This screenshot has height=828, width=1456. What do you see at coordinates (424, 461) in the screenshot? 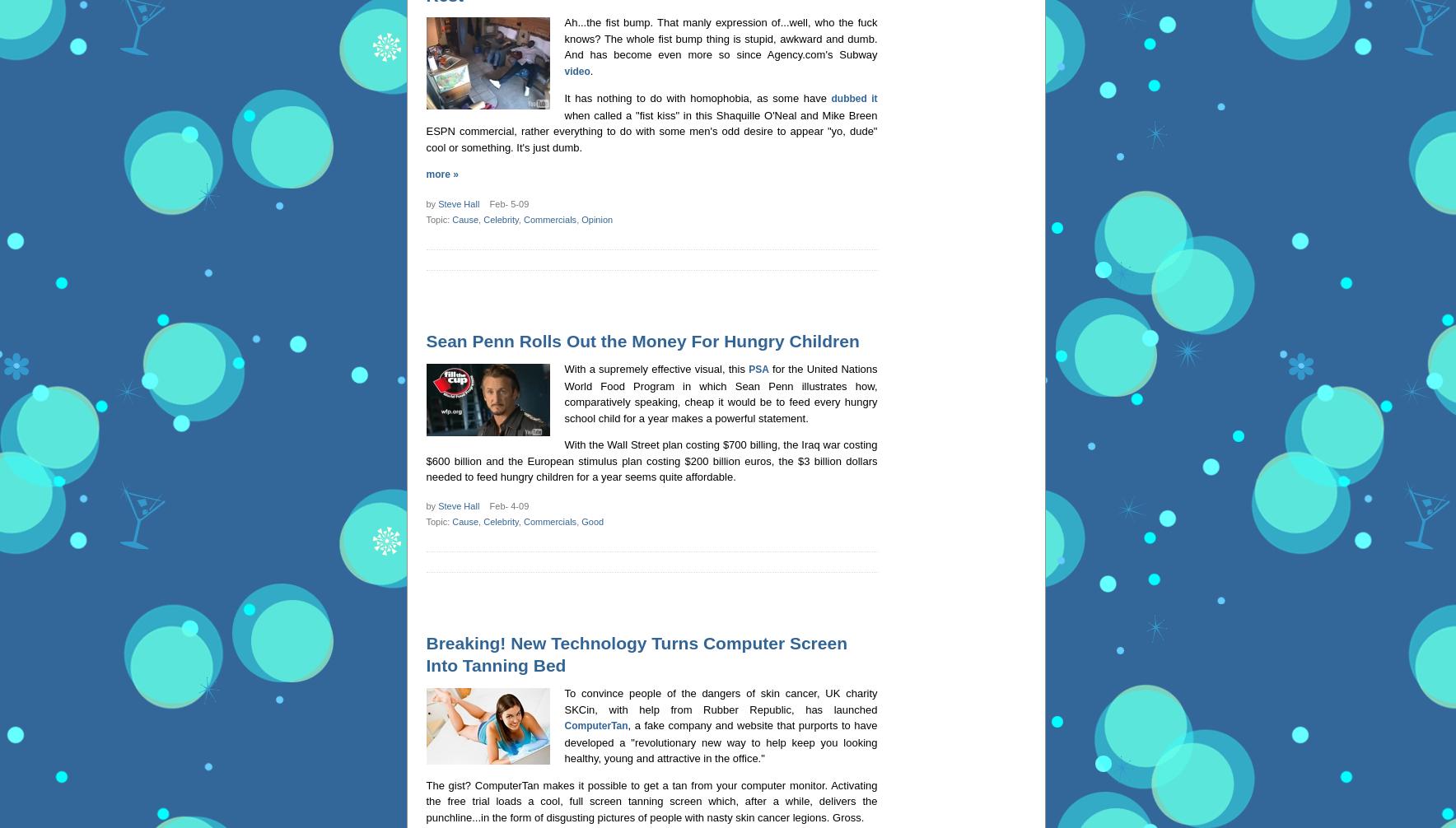
I see `'With the Wall Street plan costing $700 billing, the Iraq war costing $600 billion and the European stimulus plan costing $200 billion euros, the $3 billion dollars needed to feed hungry children for a year seems quite affordable.'` at bounding box center [424, 461].